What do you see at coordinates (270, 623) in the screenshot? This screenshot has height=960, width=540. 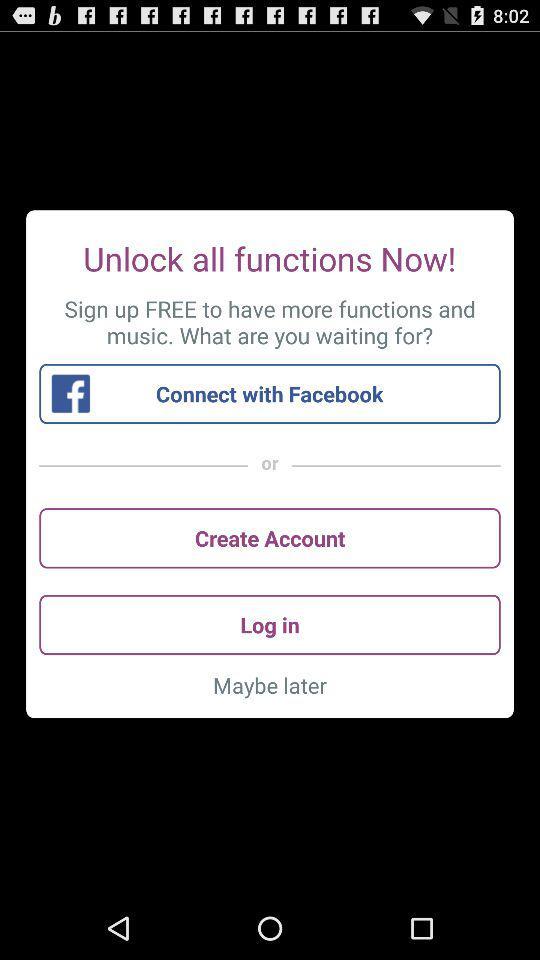 I see `the log in icon` at bounding box center [270, 623].